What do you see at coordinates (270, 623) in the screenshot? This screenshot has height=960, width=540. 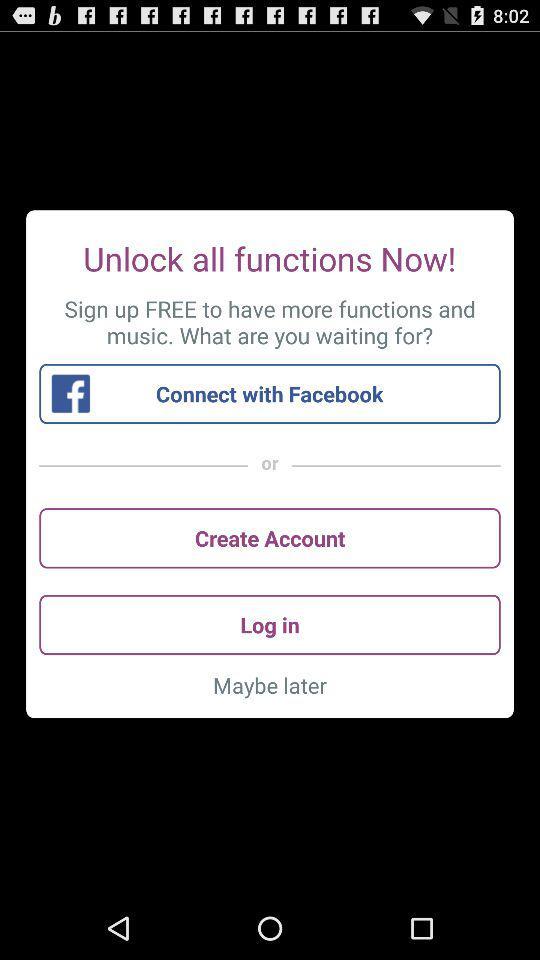 I see `the log in icon` at bounding box center [270, 623].